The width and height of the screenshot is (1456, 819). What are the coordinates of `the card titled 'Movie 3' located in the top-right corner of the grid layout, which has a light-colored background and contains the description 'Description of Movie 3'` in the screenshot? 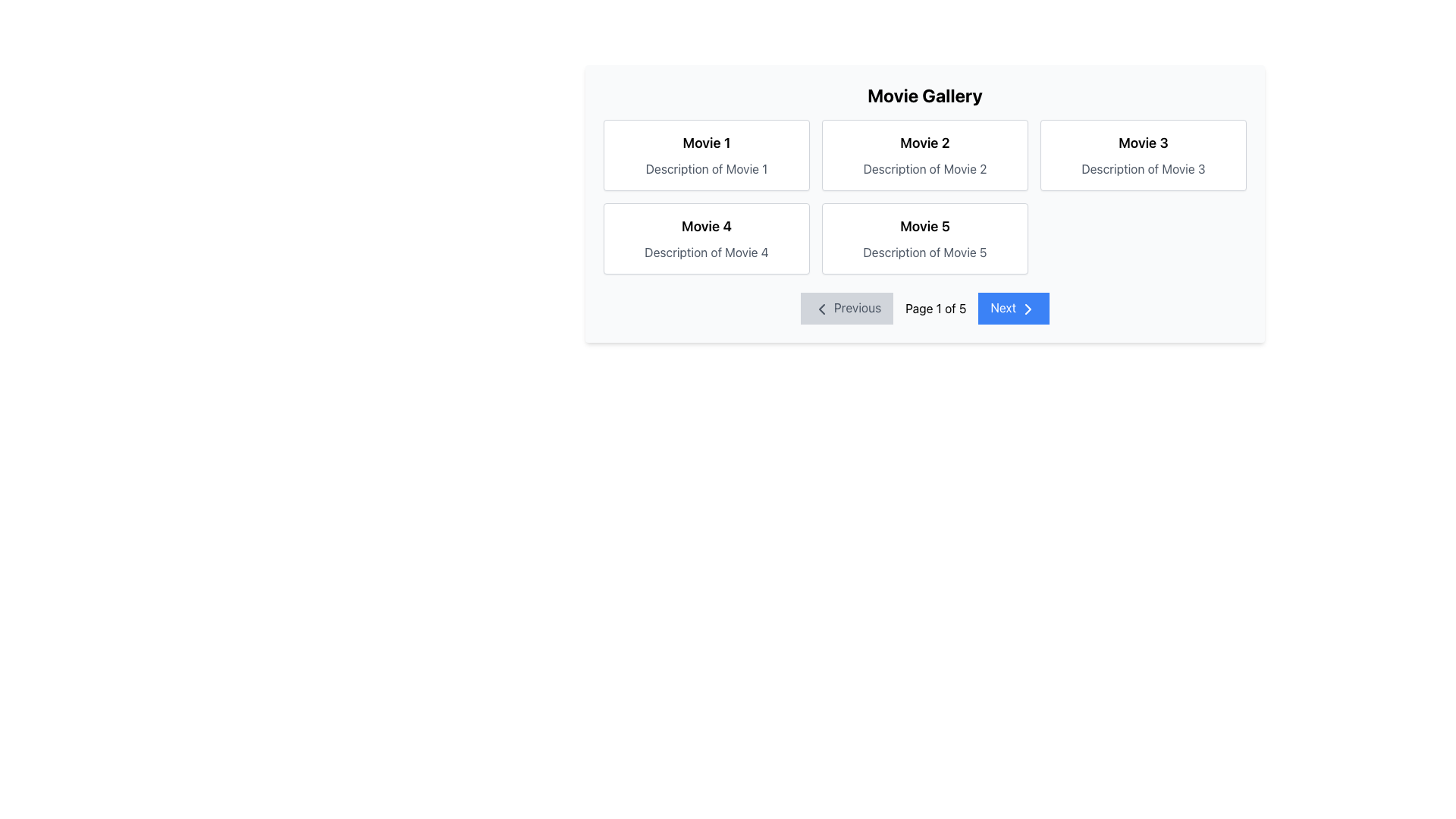 It's located at (1143, 155).